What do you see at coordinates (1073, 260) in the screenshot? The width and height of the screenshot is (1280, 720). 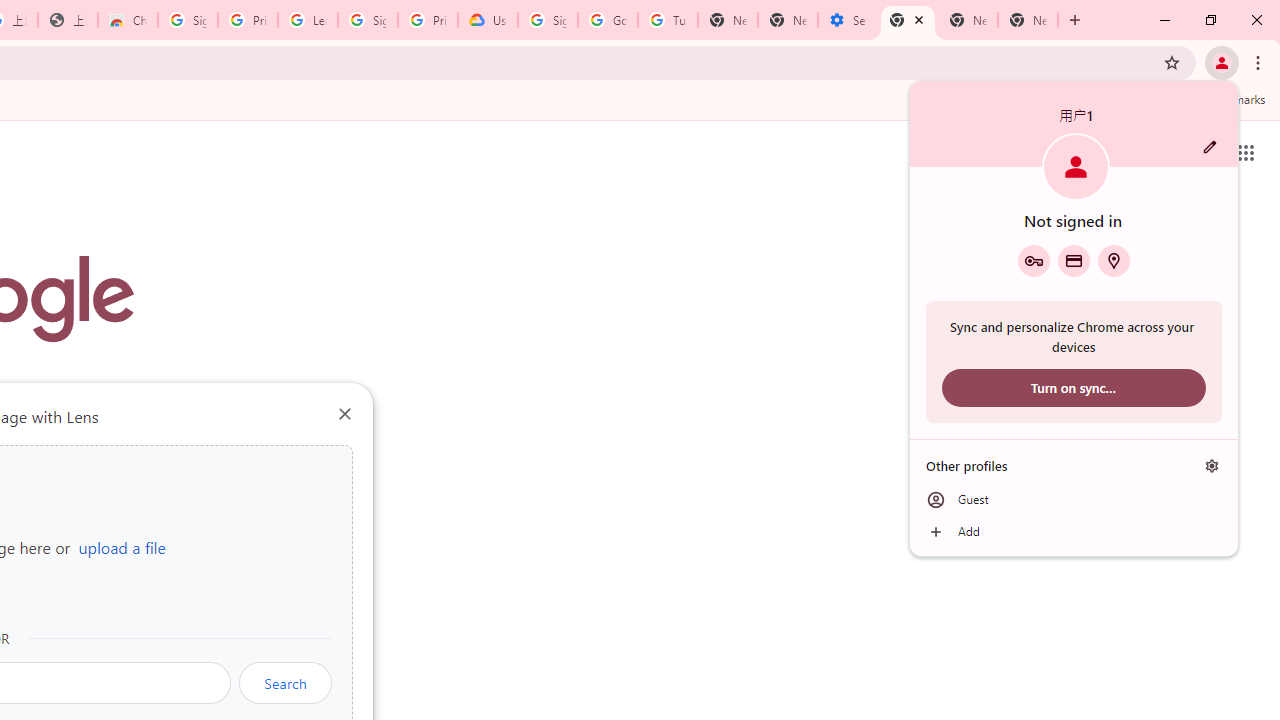 I see `'Payment methods'` at bounding box center [1073, 260].